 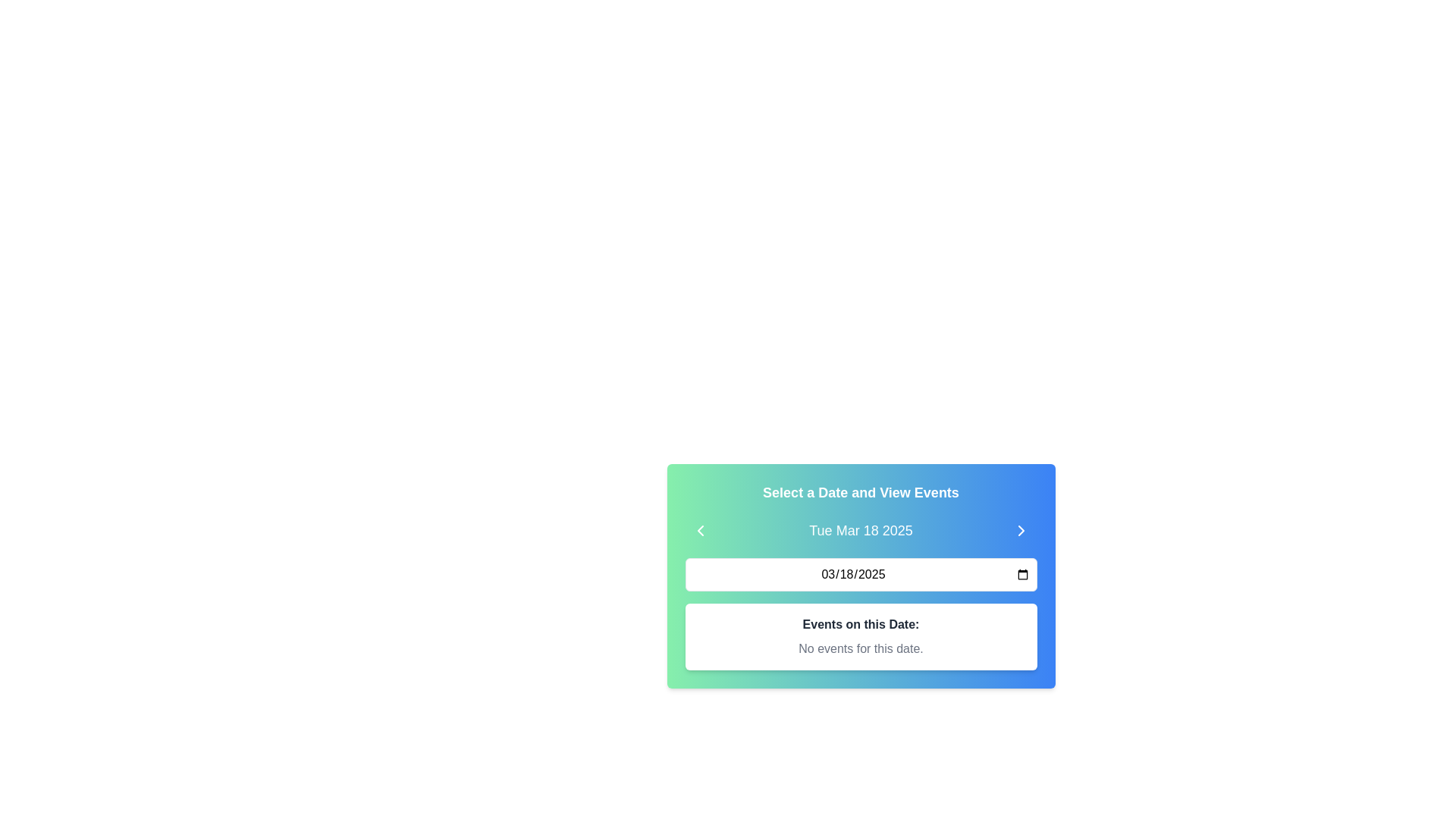 I want to click on the circular button with a right-pointing chevron icon, located to the right of the displayed date 'Tue Mar 18 2025', so click(x=1021, y=529).